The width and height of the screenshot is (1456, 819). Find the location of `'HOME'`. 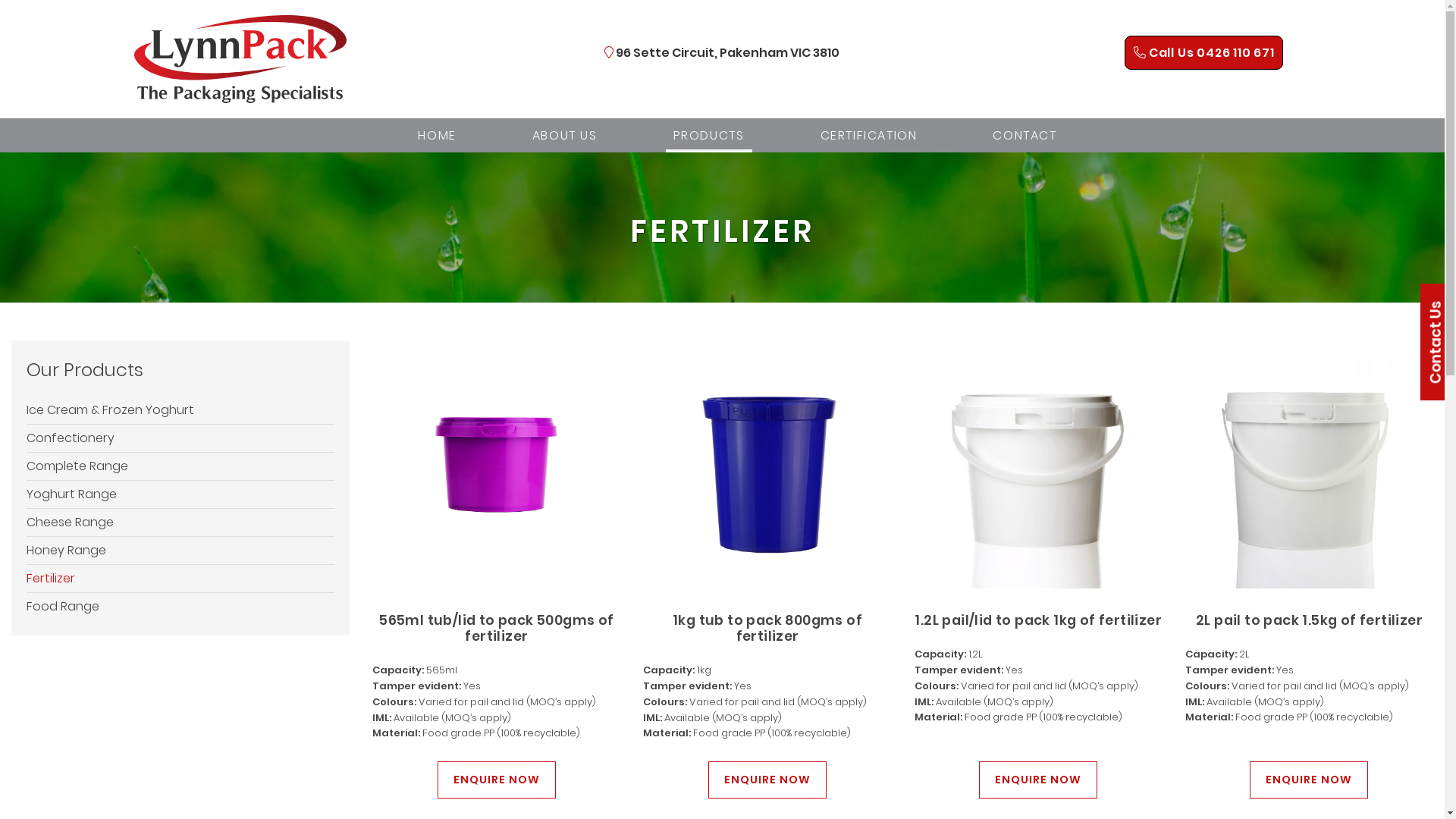

'HOME' is located at coordinates (436, 134).